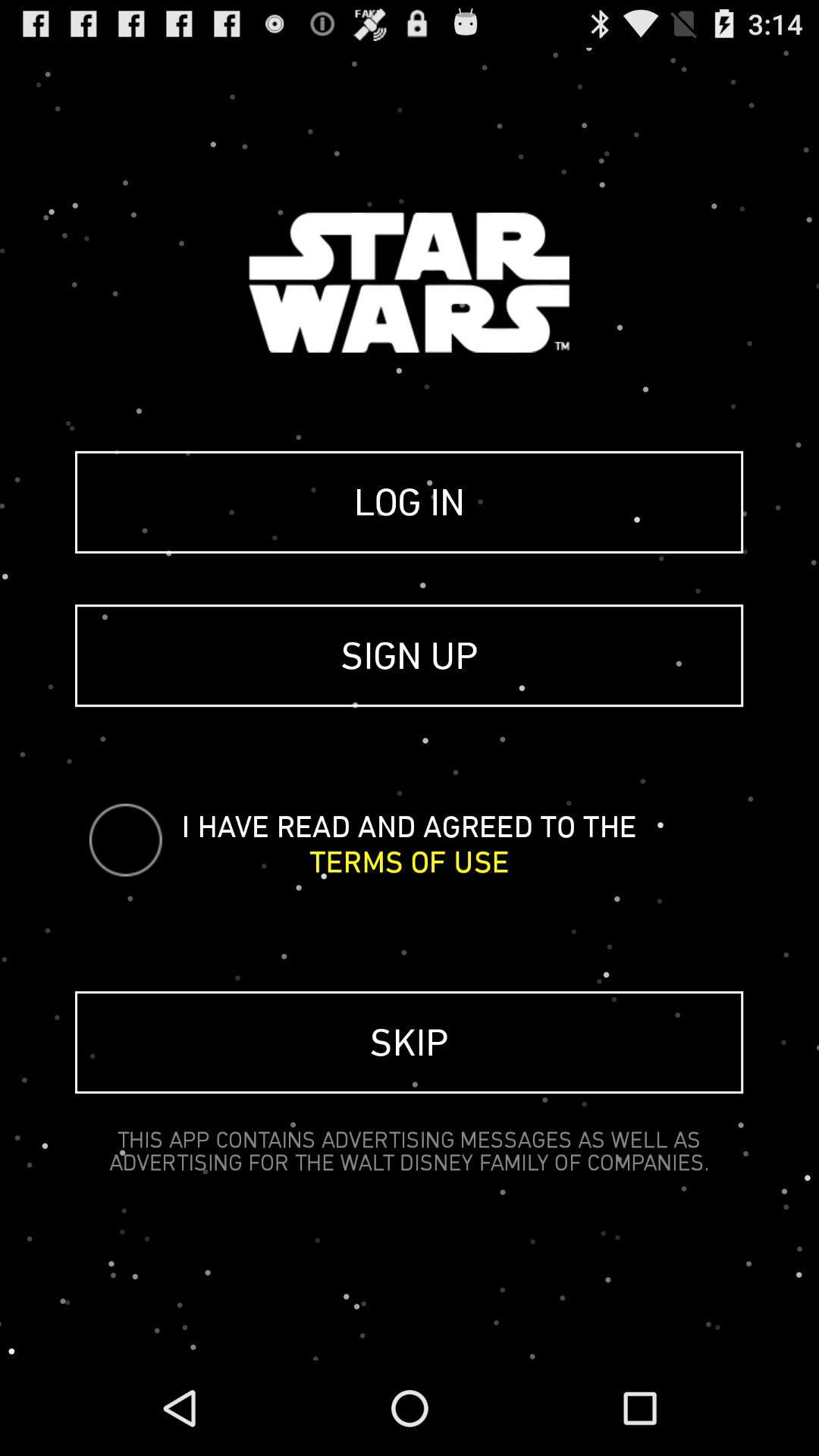 Image resolution: width=819 pixels, height=1456 pixels. What do you see at coordinates (408, 655) in the screenshot?
I see `icon below the log in` at bounding box center [408, 655].